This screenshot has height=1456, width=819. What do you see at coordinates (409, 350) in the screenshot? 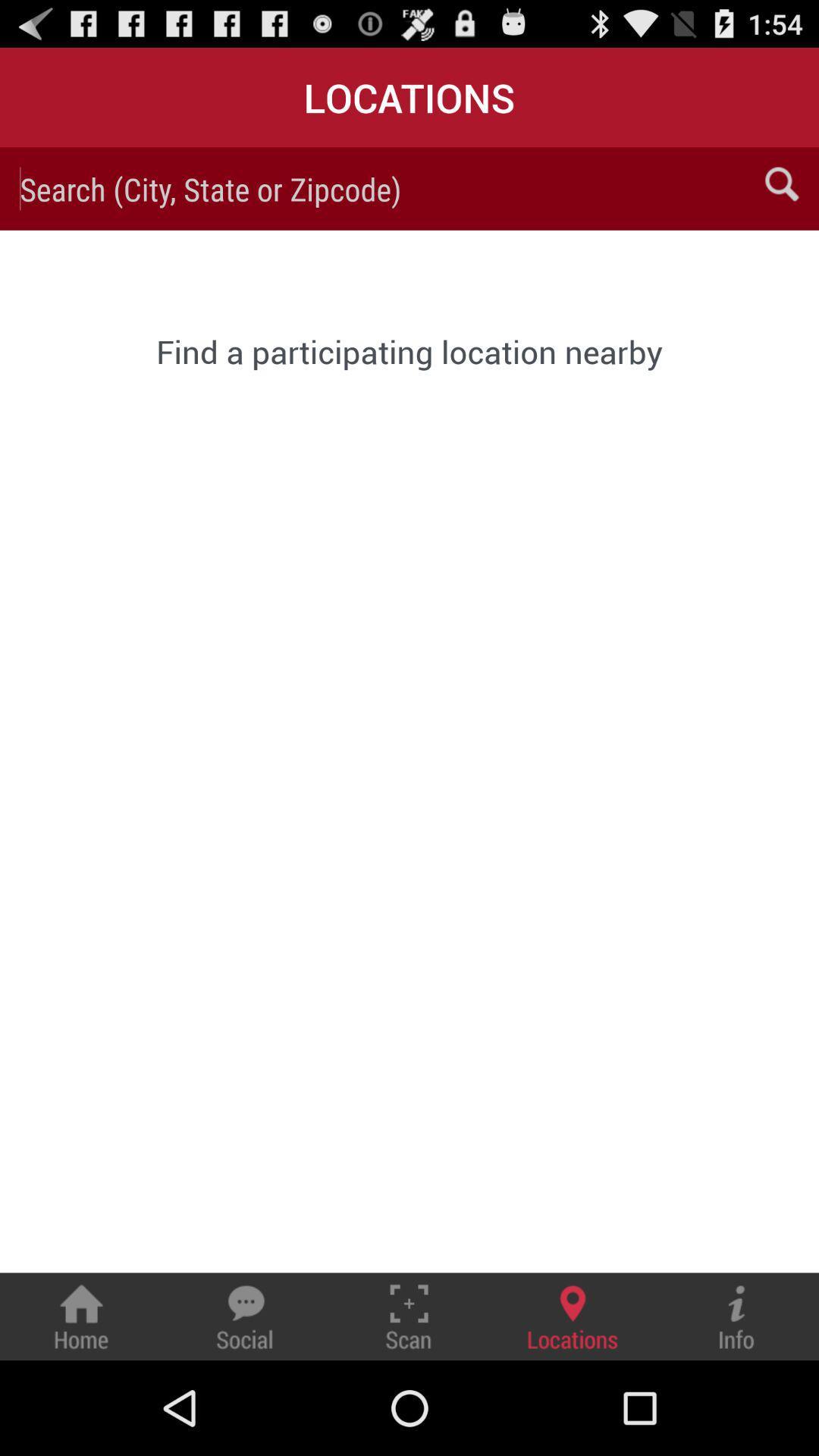
I see `find a participating app` at bounding box center [409, 350].